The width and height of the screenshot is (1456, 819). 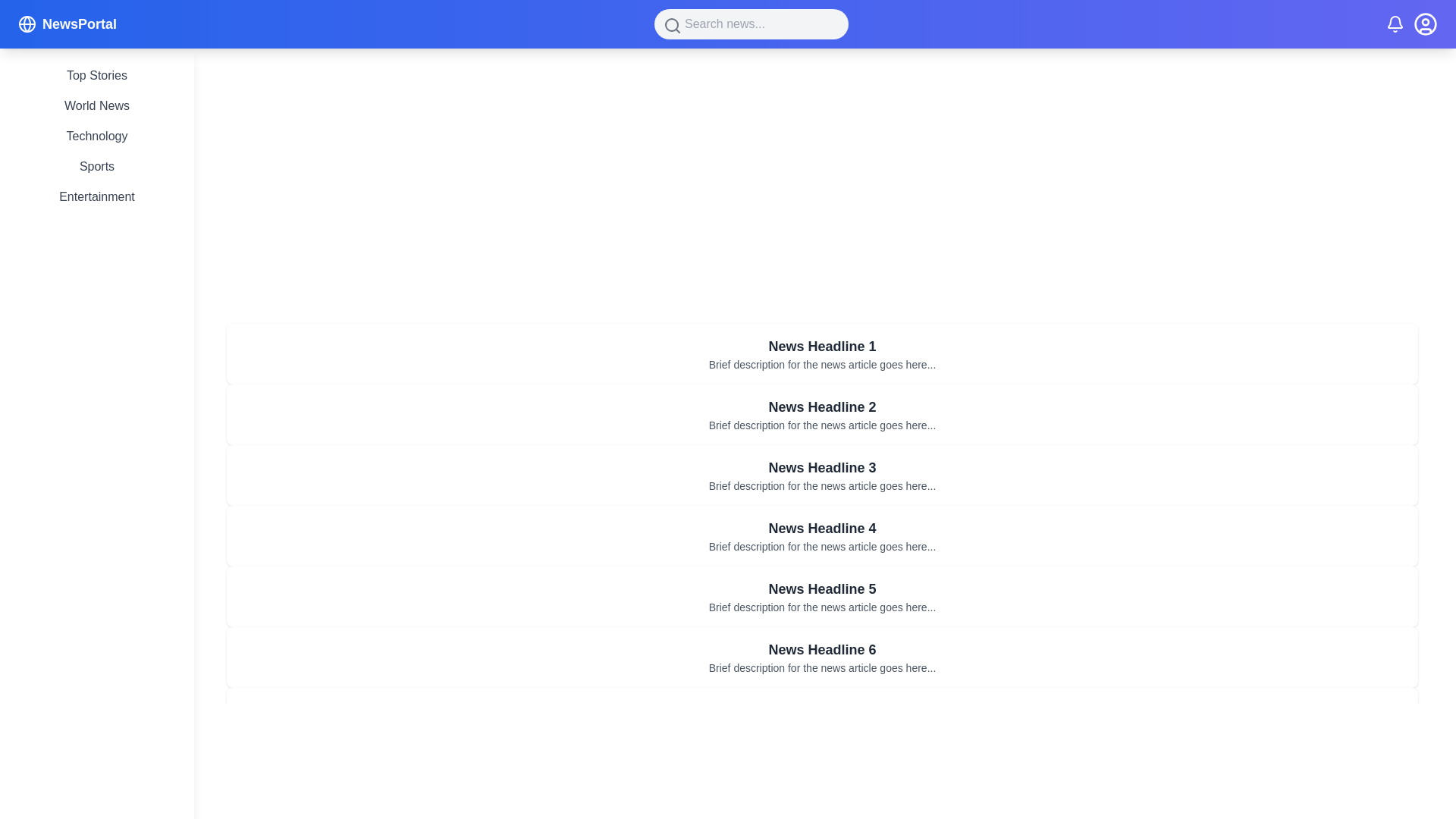 What do you see at coordinates (751, 24) in the screenshot?
I see `the search input field, which is a rounded rectangle with a gray background and placeholder text 'Search news...', to focus and start typing` at bounding box center [751, 24].